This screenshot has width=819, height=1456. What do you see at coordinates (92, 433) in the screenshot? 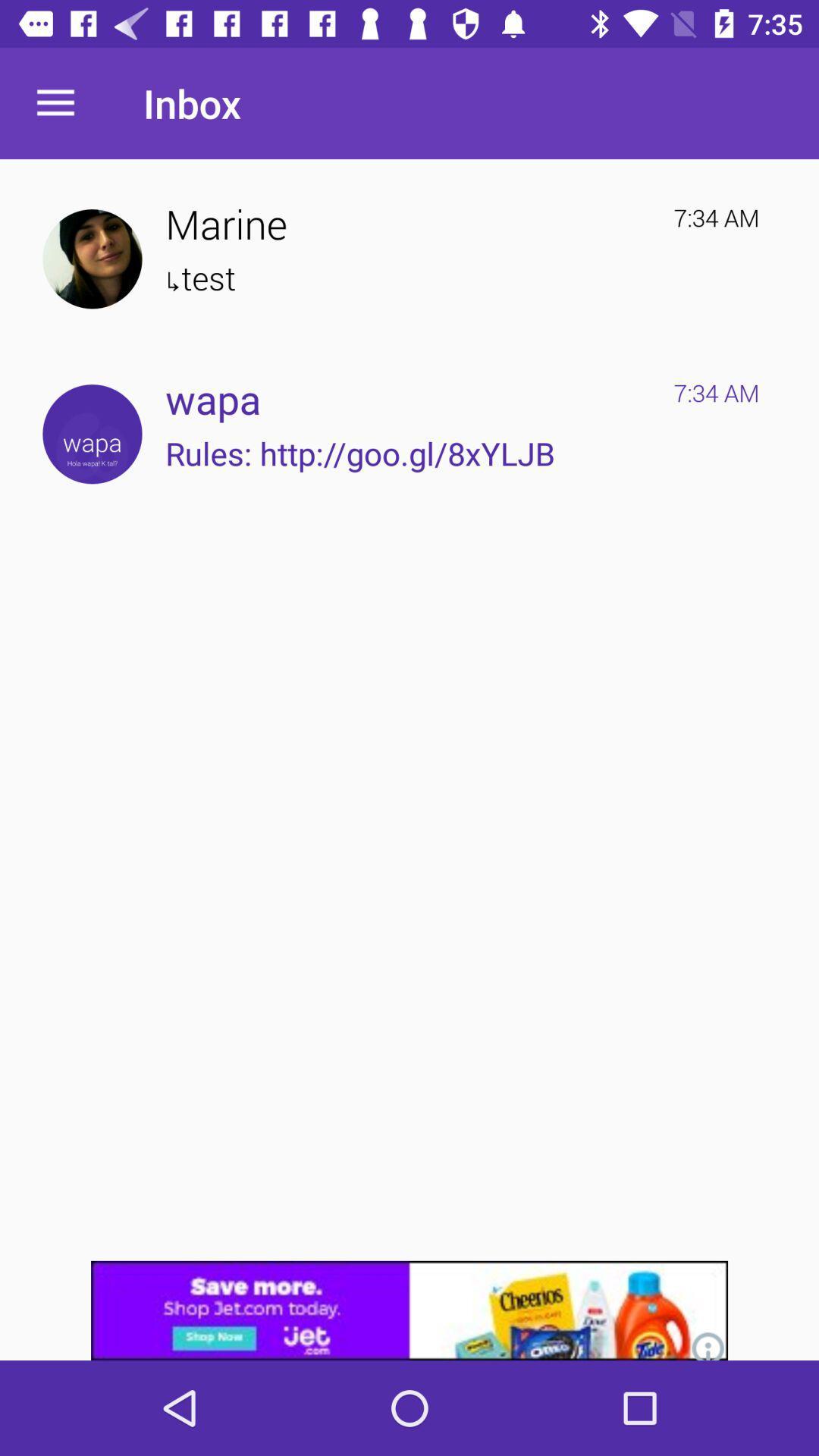
I see `clicking option` at bounding box center [92, 433].